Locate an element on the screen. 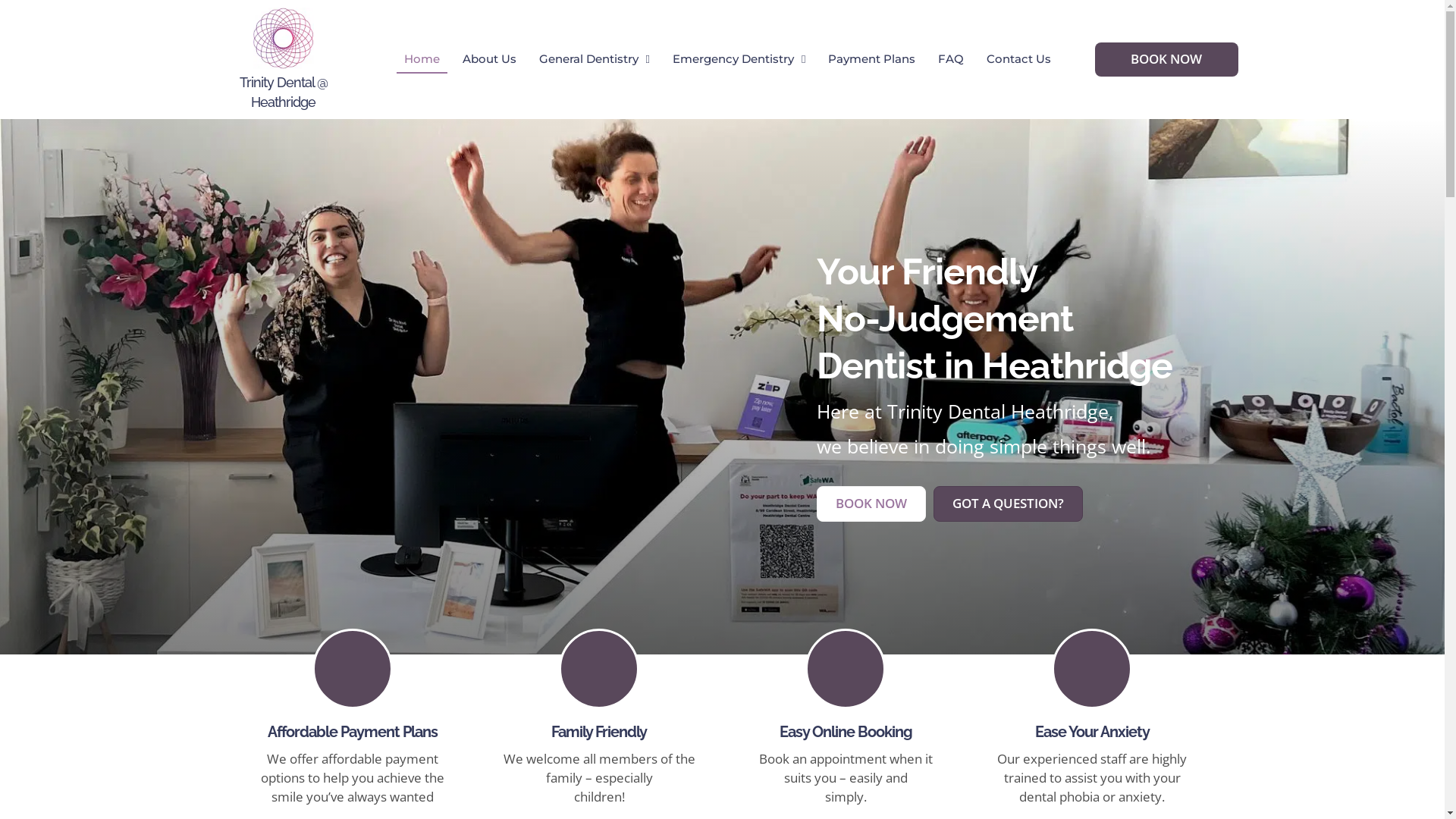 This screenshot has width=1456, height=819. 'BOOK NOW' is located at coordinates (1166, 58).